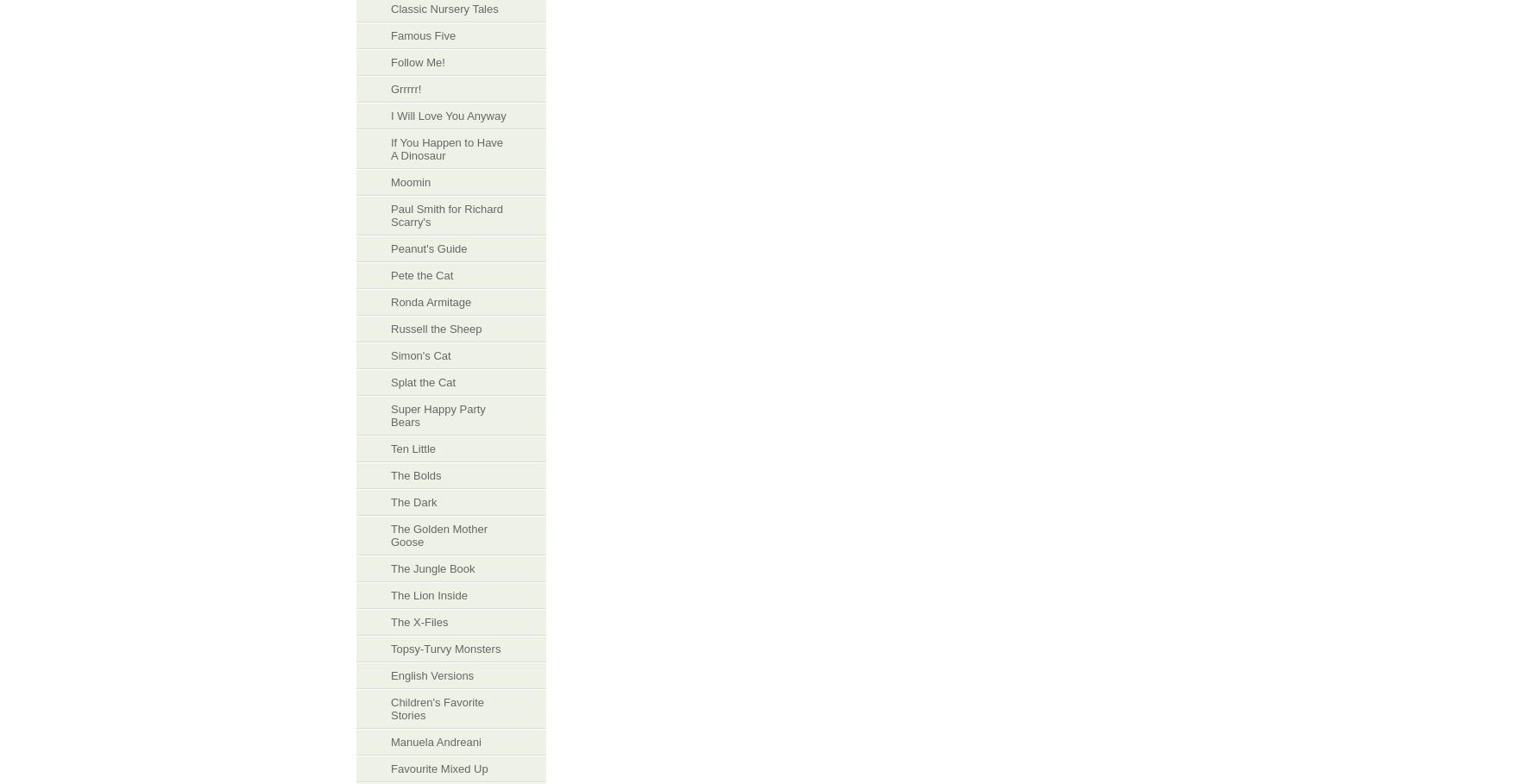 The image size is (1524, 784). Describe the element at coordinates (445, 649) in the screenshot. I see `'Topsy-Turvy Monsters'` at that location.